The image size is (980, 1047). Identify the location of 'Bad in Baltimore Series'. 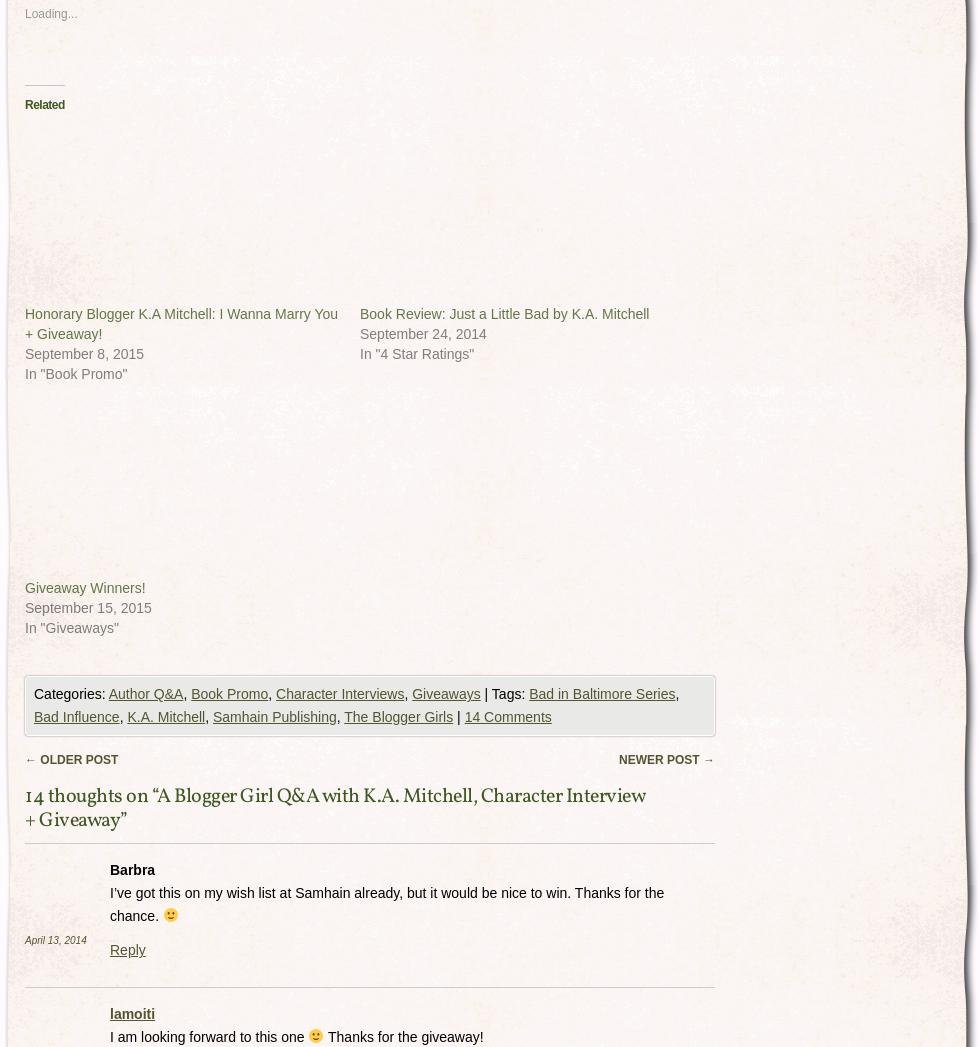
(602, 692).